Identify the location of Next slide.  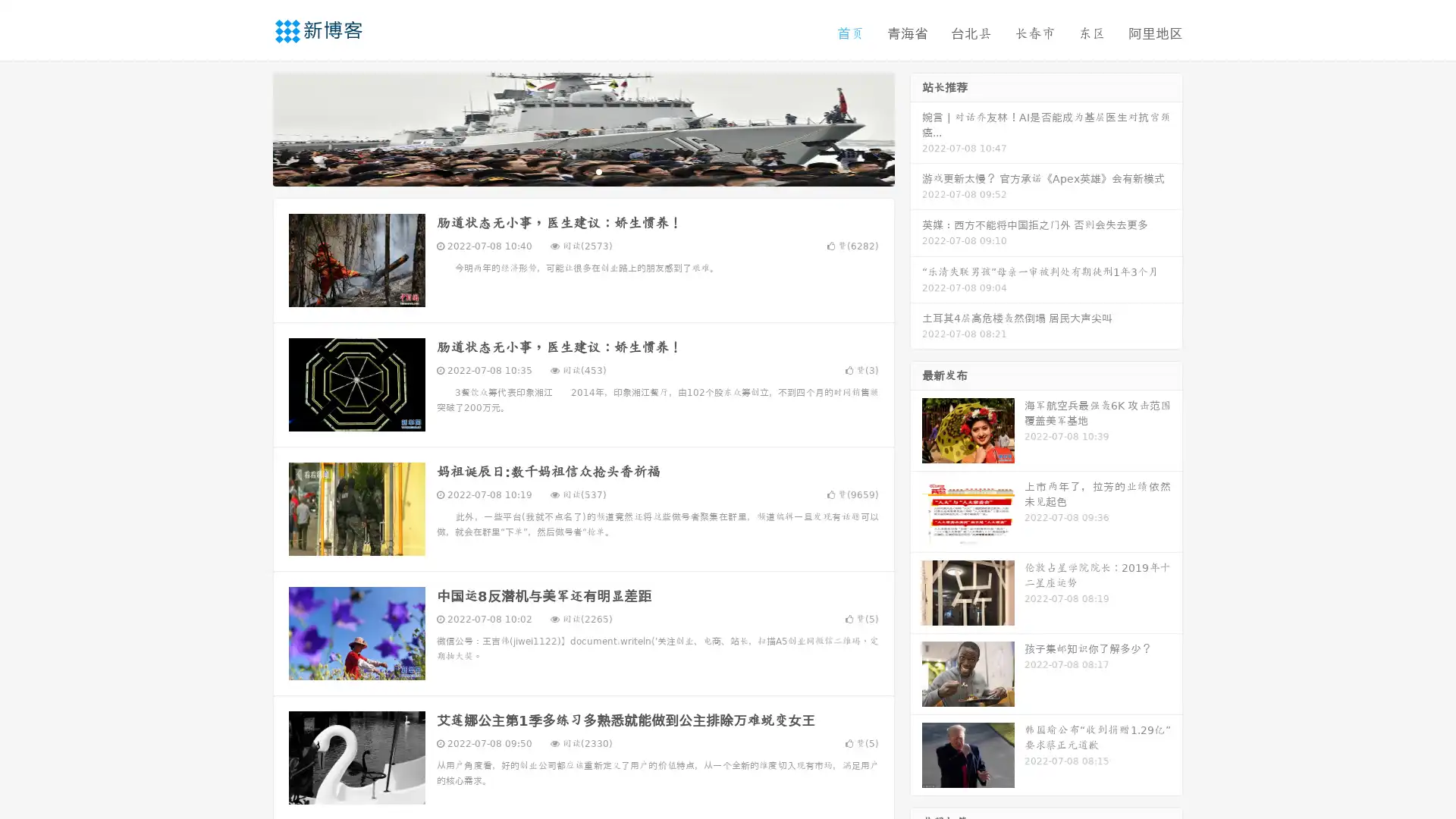
(916, 127).